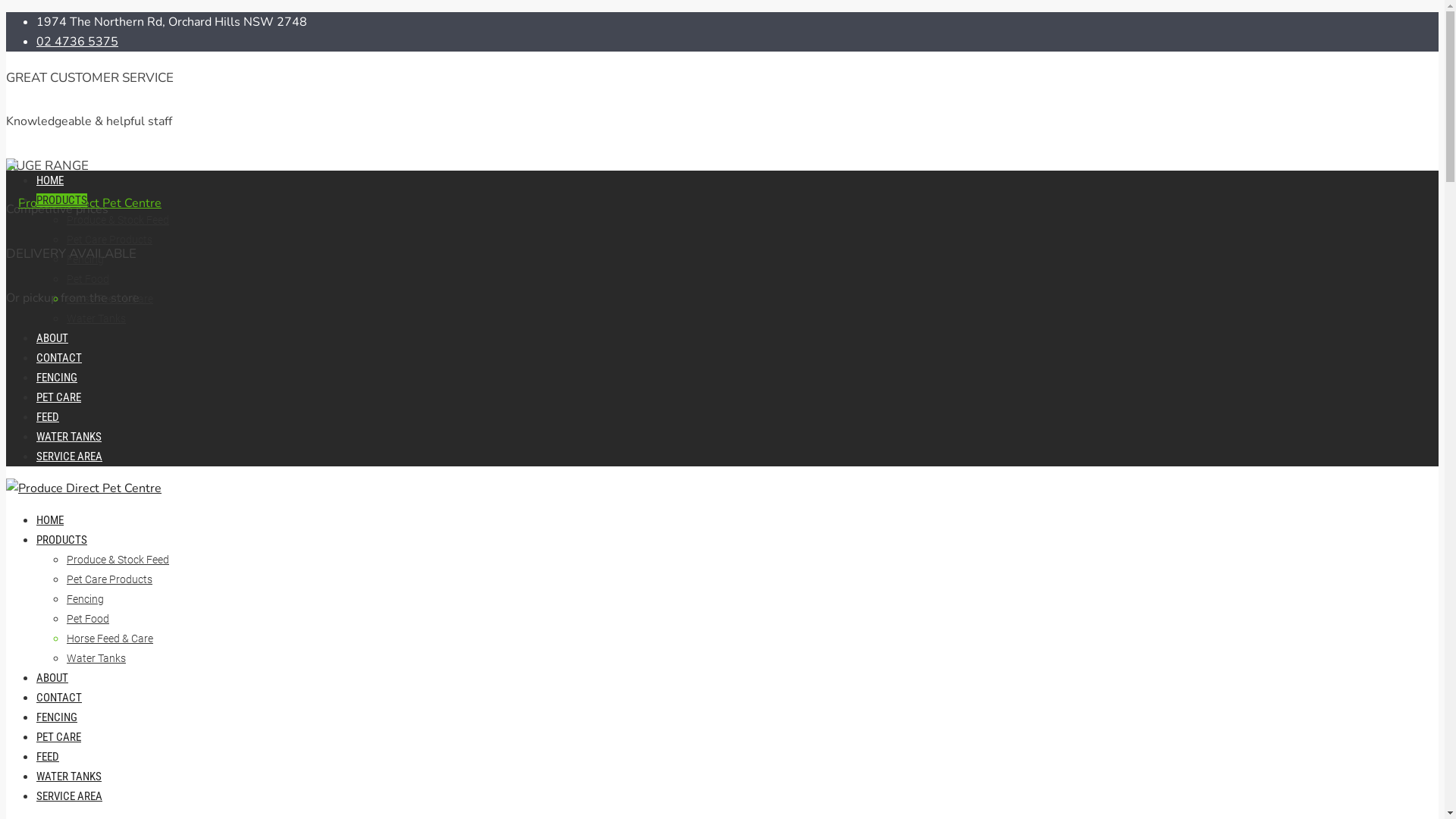 The height and width of the screenshot is (819, 1456). What do you see at coordinates (36, 717) in the screenshot?
I see `'FENCING'` at bounding box center [36, 717].